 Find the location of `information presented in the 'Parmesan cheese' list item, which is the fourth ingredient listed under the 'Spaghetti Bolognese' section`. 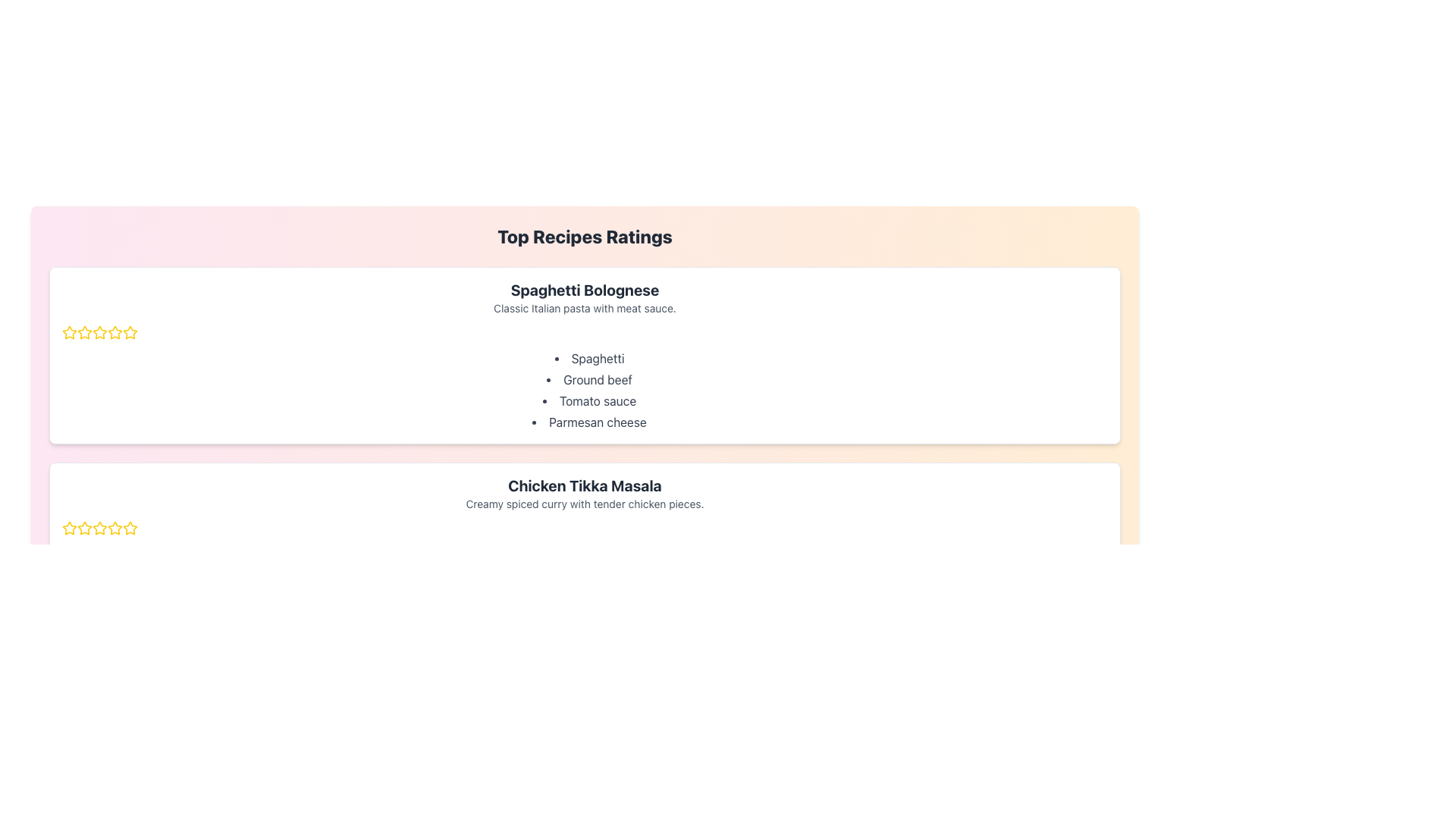

information presented in the 'Parmesan cheese' list item, which is the fourth ingredient listed under the 'Spaghetti Bolognese' section is located at coordinates (588, 422).